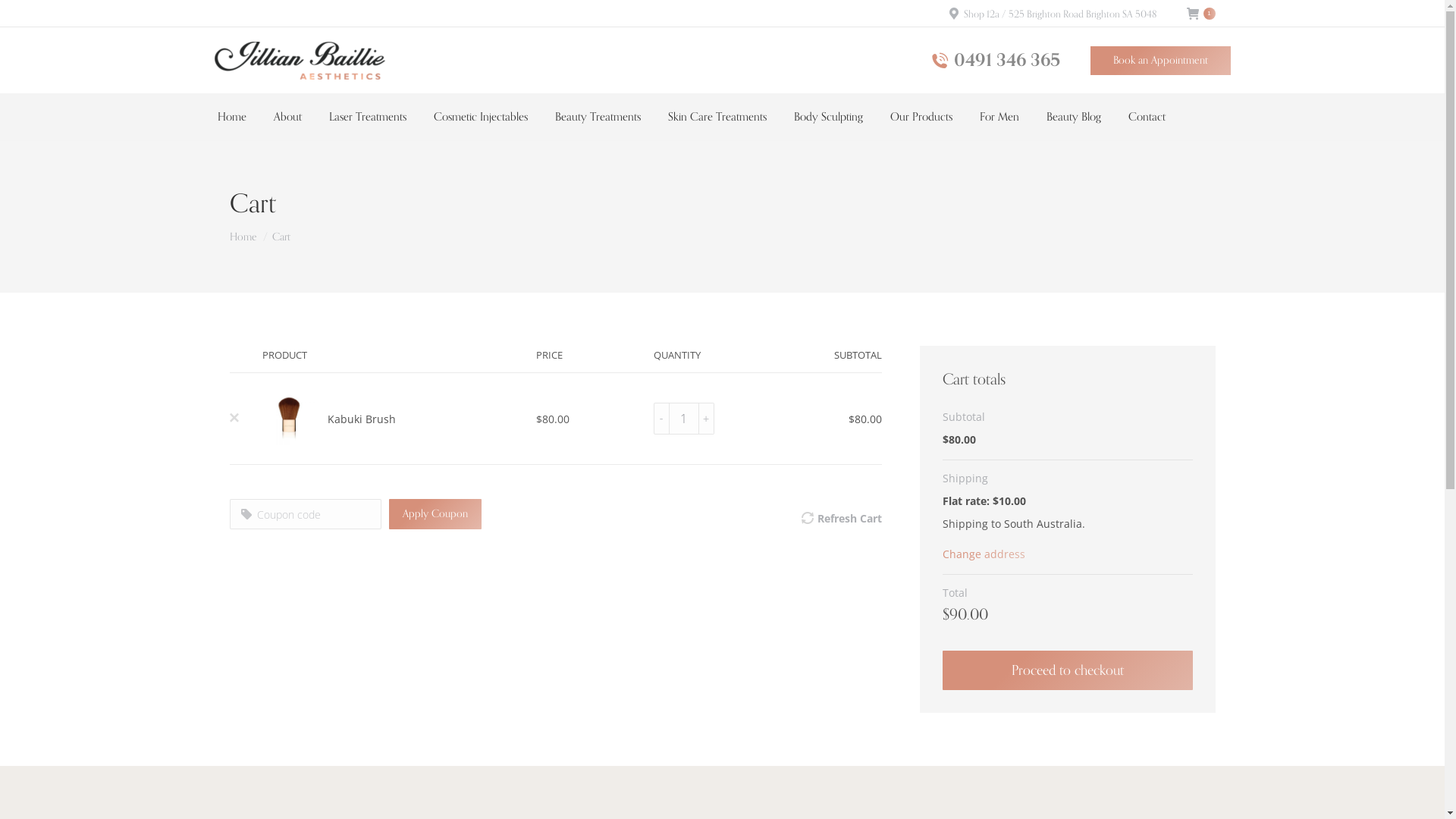  Describe the element at coordinates (941, 554) in the screenshot. I see `'Change address'` at that location.